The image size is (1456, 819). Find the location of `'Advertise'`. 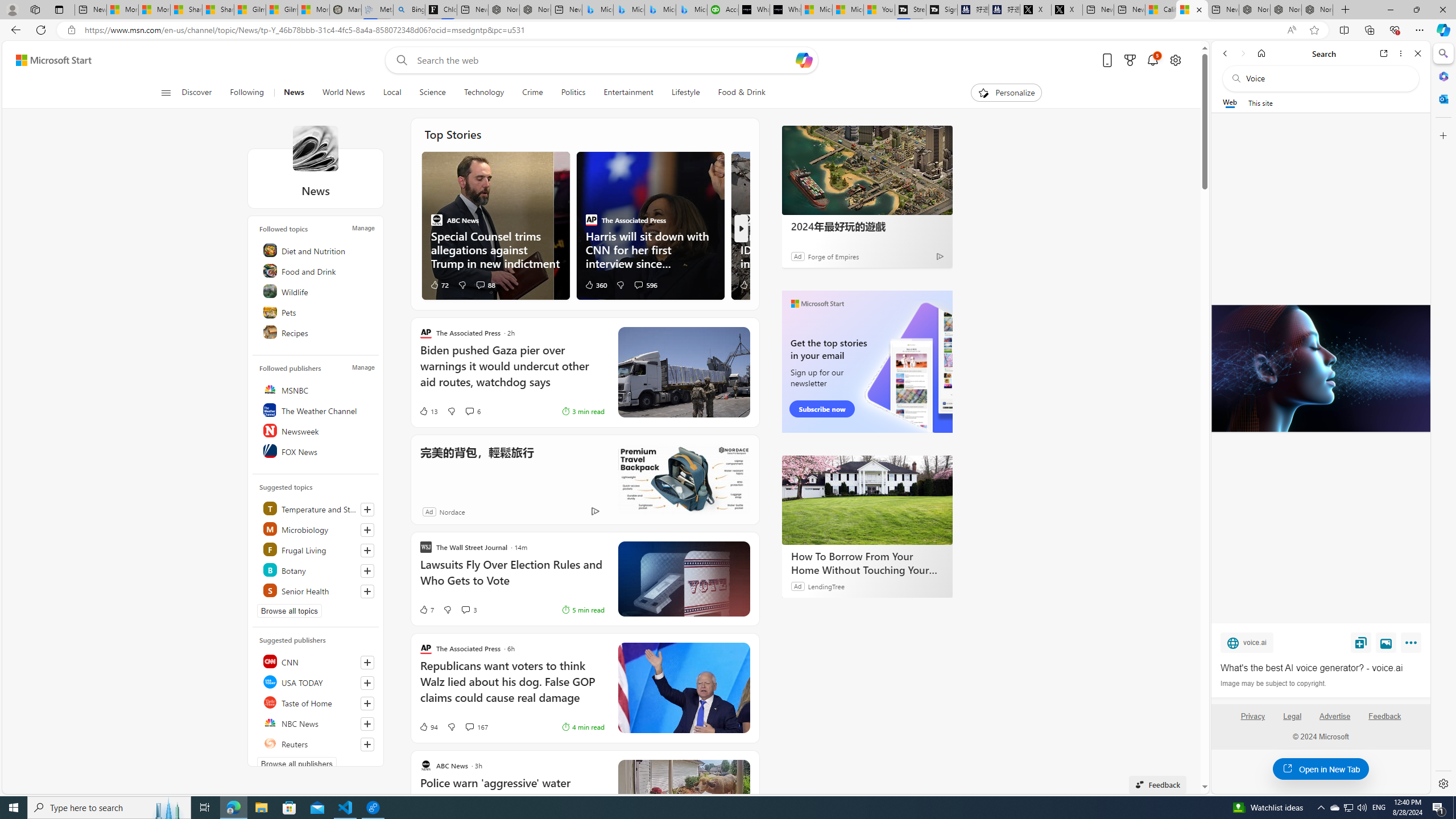

'Advertise' is located at coordinates (1335, 716).